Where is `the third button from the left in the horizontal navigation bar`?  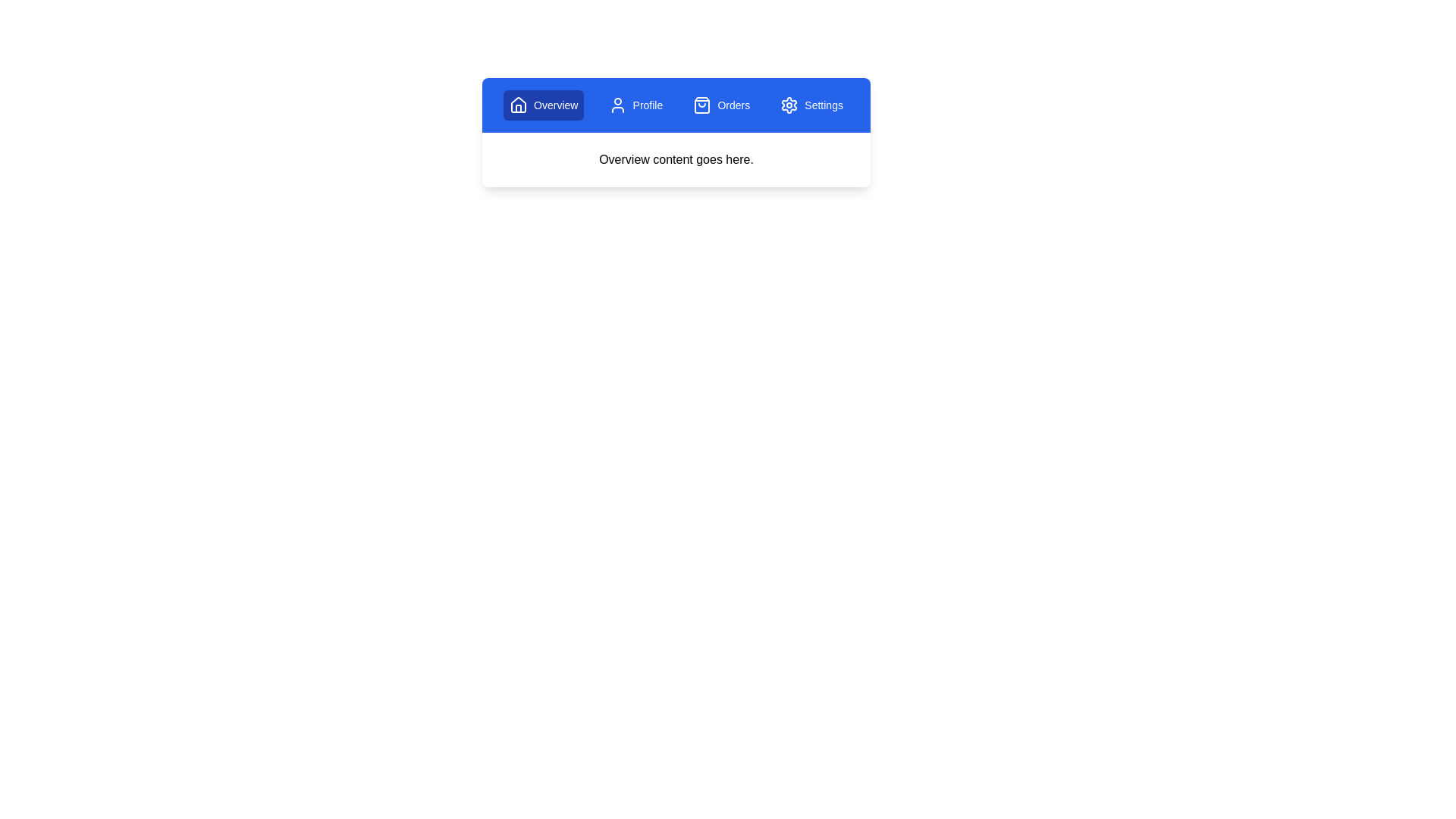 the third button from the left in the horizontal navigation bar is located at coordinates (720, 104).